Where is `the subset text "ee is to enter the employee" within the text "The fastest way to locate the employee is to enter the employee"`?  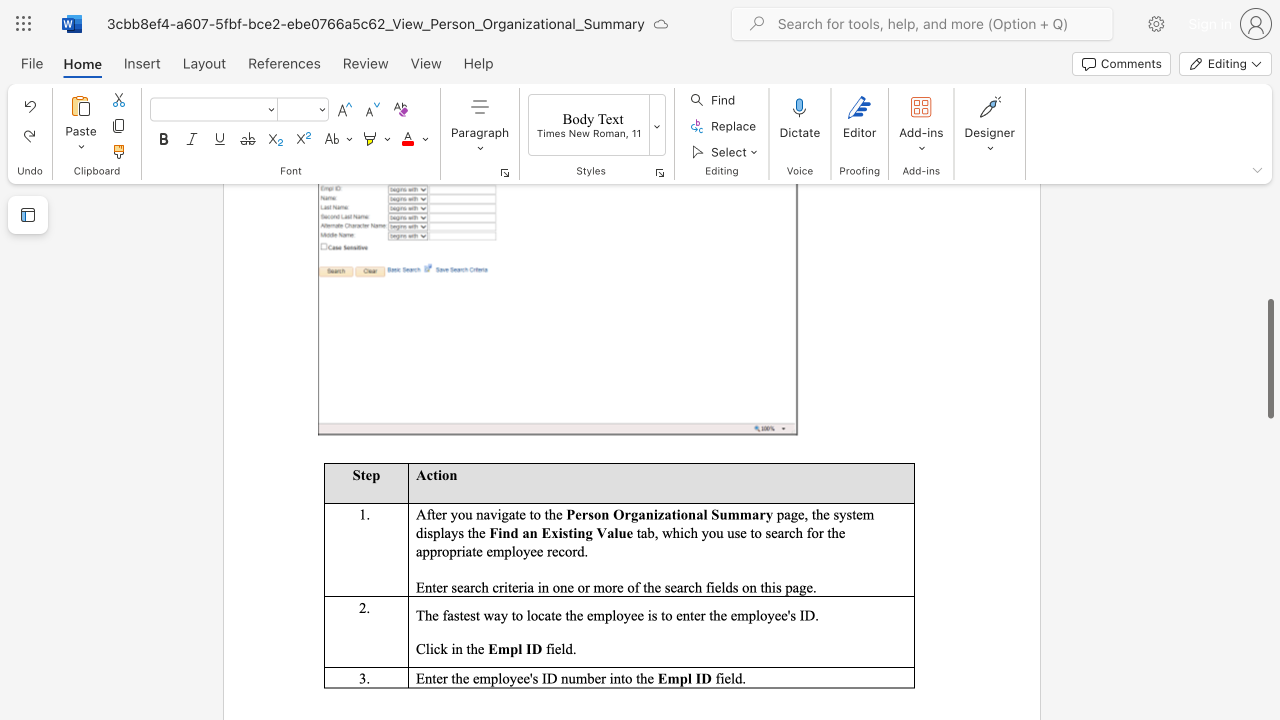
the subset text "ee is to enter the employee" within the text "The fastest way to locate the employee is to enter the employee" is located at coordinates (630, 614).